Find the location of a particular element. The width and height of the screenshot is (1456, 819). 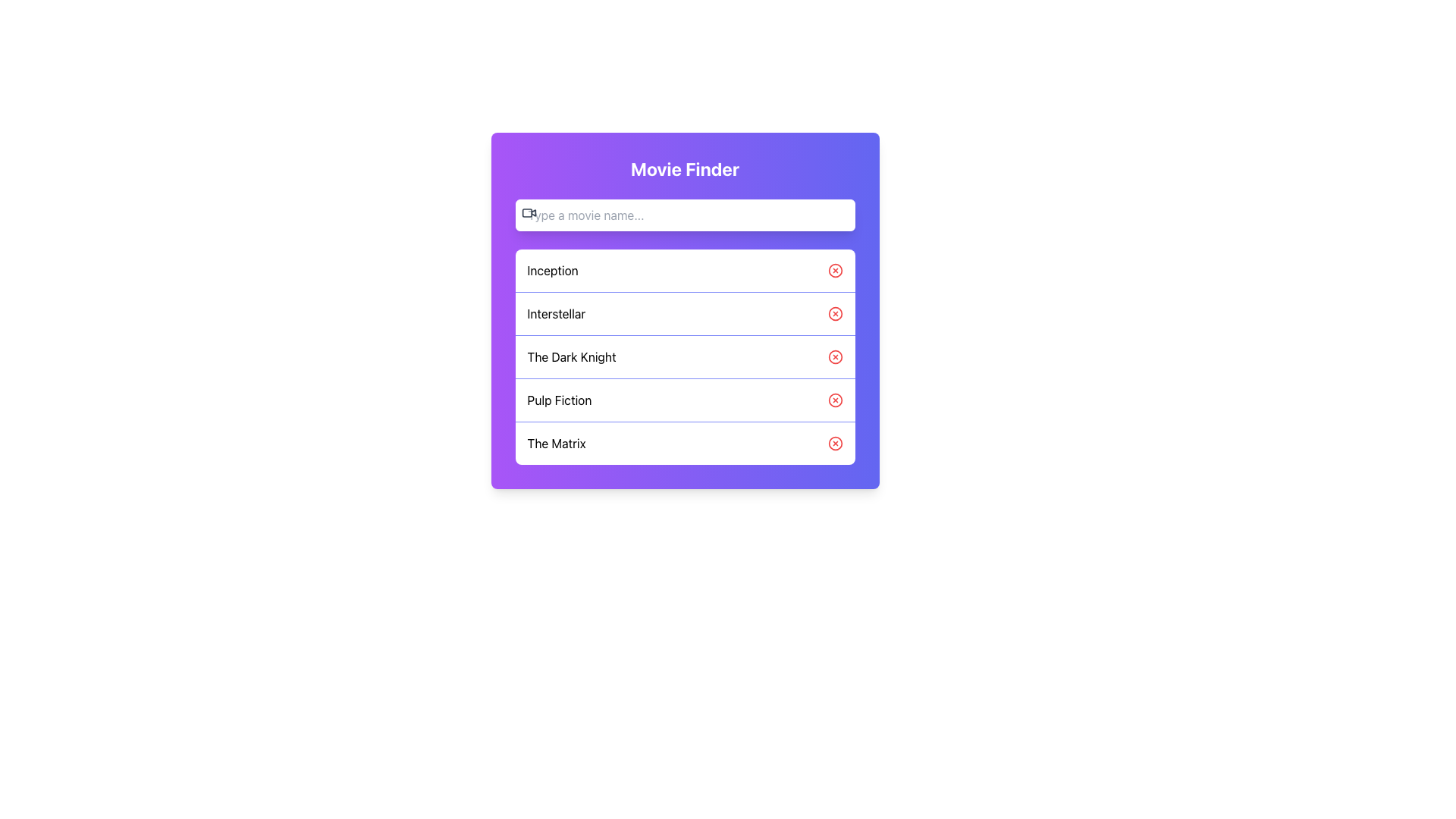

the red circular icon with an 'X' inside, located to the far right of the 'Interstellar' list entry is located at coordinates (834, 312).